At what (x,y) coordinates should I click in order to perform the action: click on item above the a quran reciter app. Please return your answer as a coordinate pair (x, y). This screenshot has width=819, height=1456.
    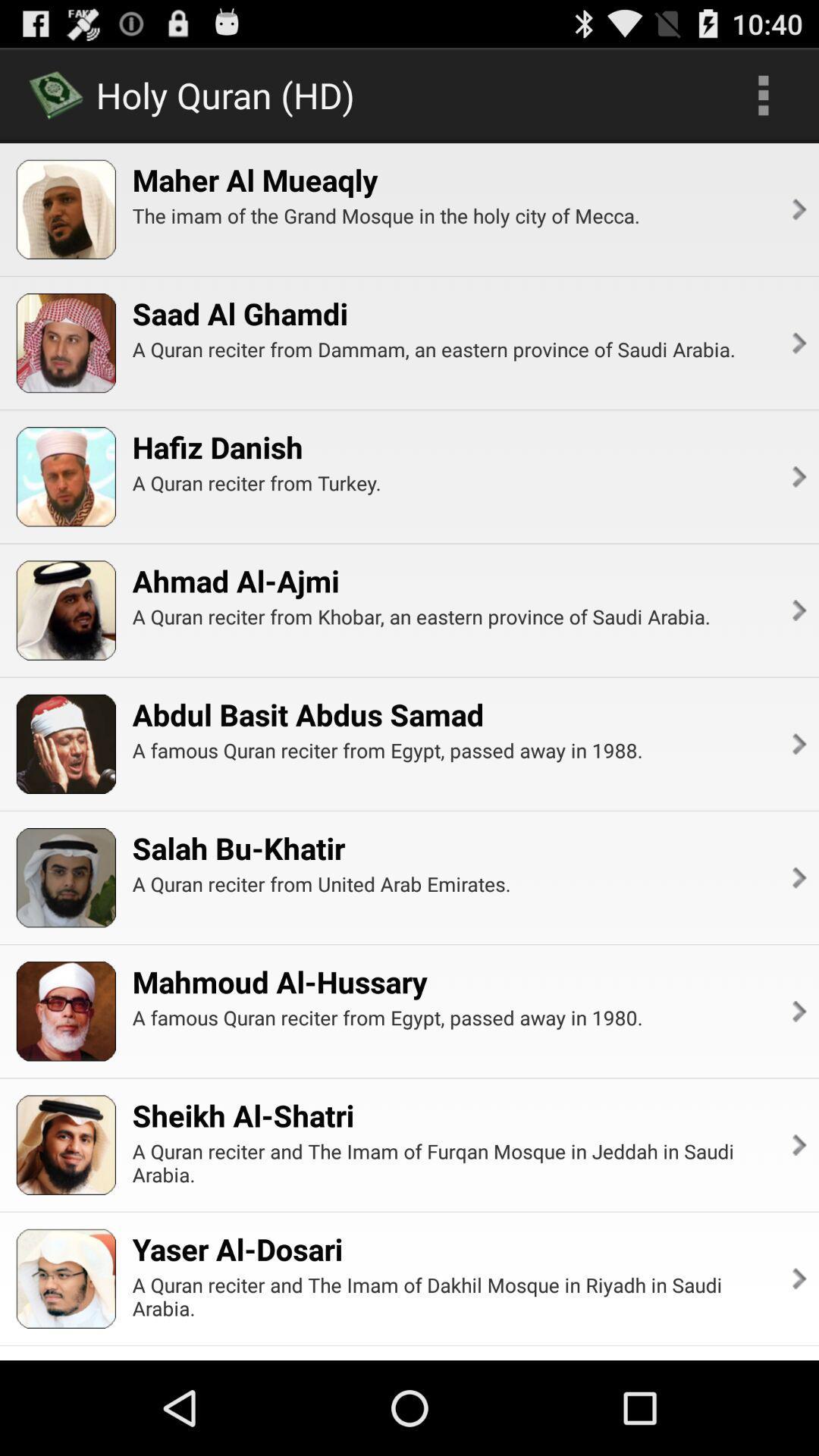
    Looking at the image, I should click on (236, 580).